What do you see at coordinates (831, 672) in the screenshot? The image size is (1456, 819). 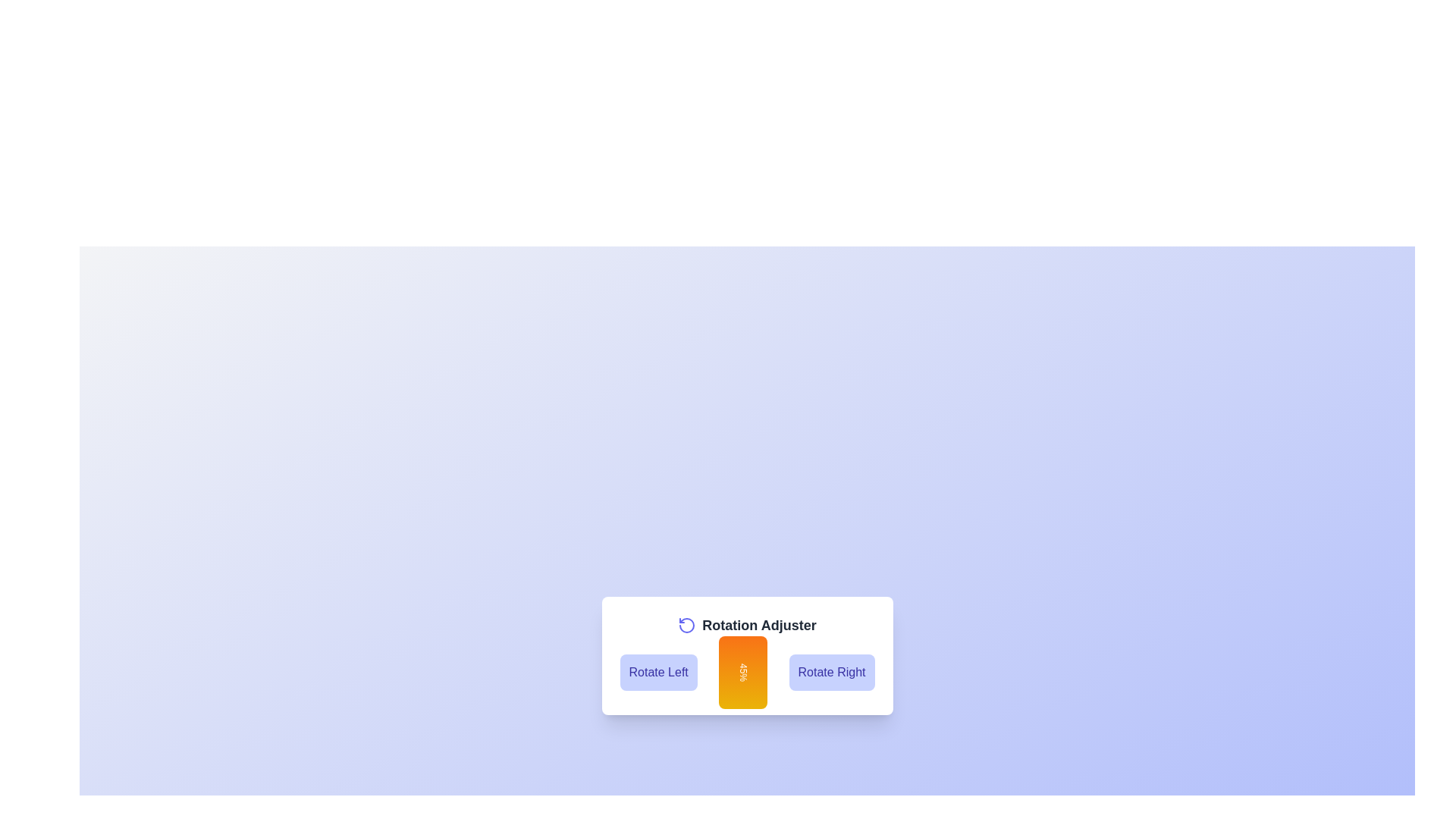 I see `the 'Rotate Right' button to increase the rotation` at bounding box center [831, 672].